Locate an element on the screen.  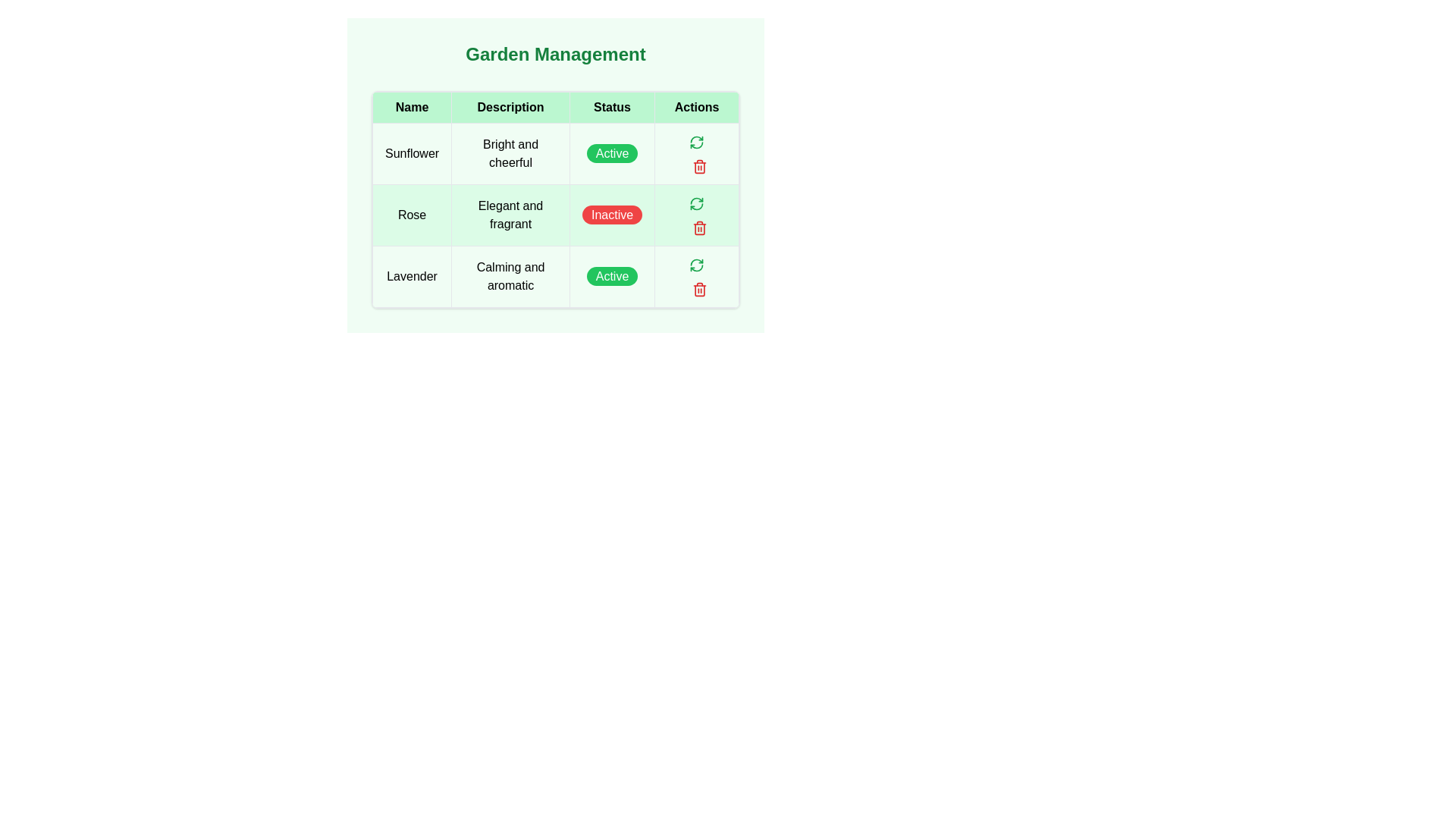
text in the table cell displaying the name of the plant 'Lavender', located in the first column of the third row is located at coordinates (412, 277).